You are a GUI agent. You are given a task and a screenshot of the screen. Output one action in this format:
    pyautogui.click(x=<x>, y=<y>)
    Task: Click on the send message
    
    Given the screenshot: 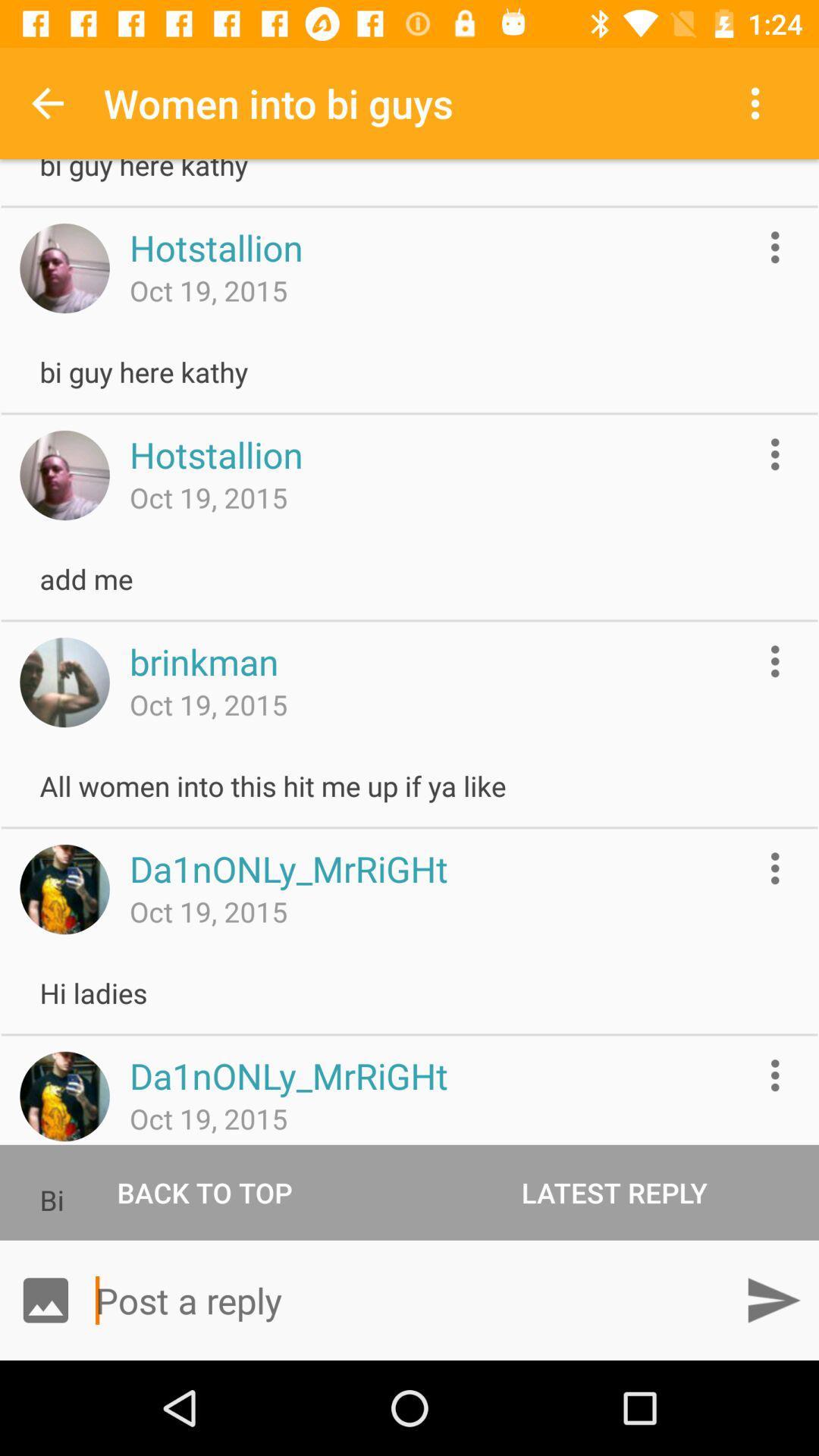 What is the action you would take?
    pyautogui.click(x=773, y=1299)
    